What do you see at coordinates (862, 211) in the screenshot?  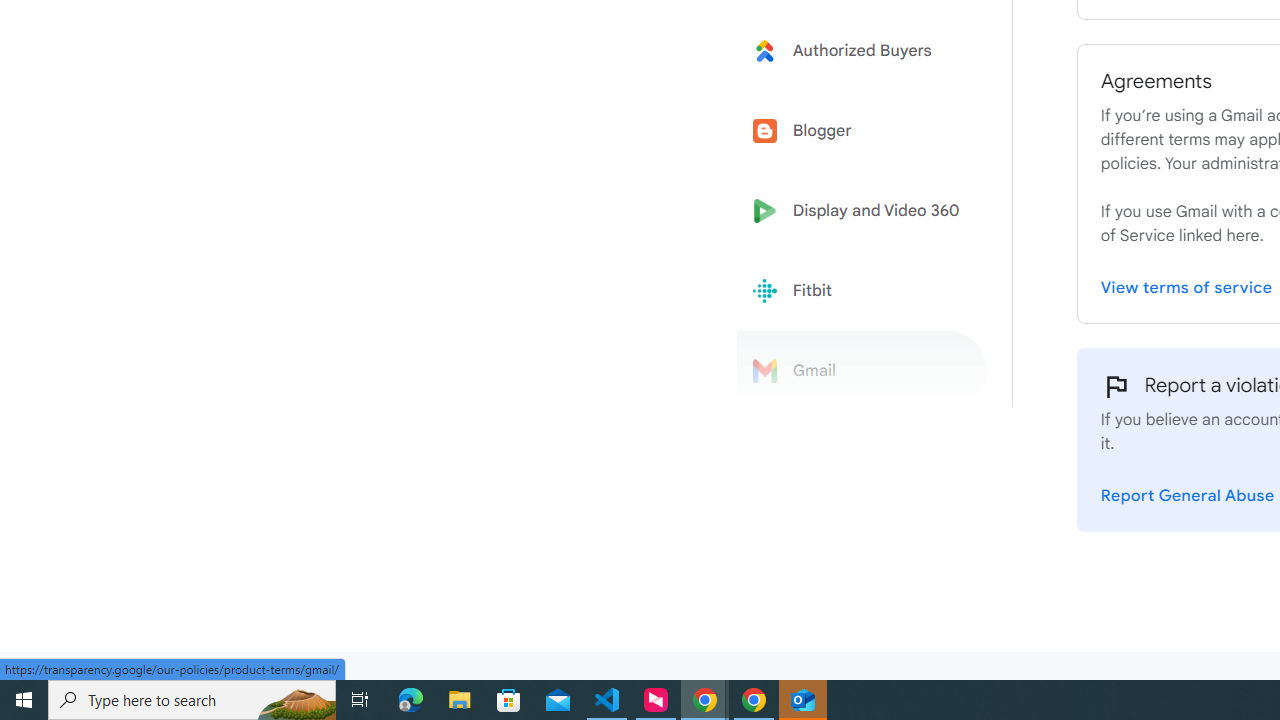 I see `'Display and Video 360'` at bounding box center [862, 211].